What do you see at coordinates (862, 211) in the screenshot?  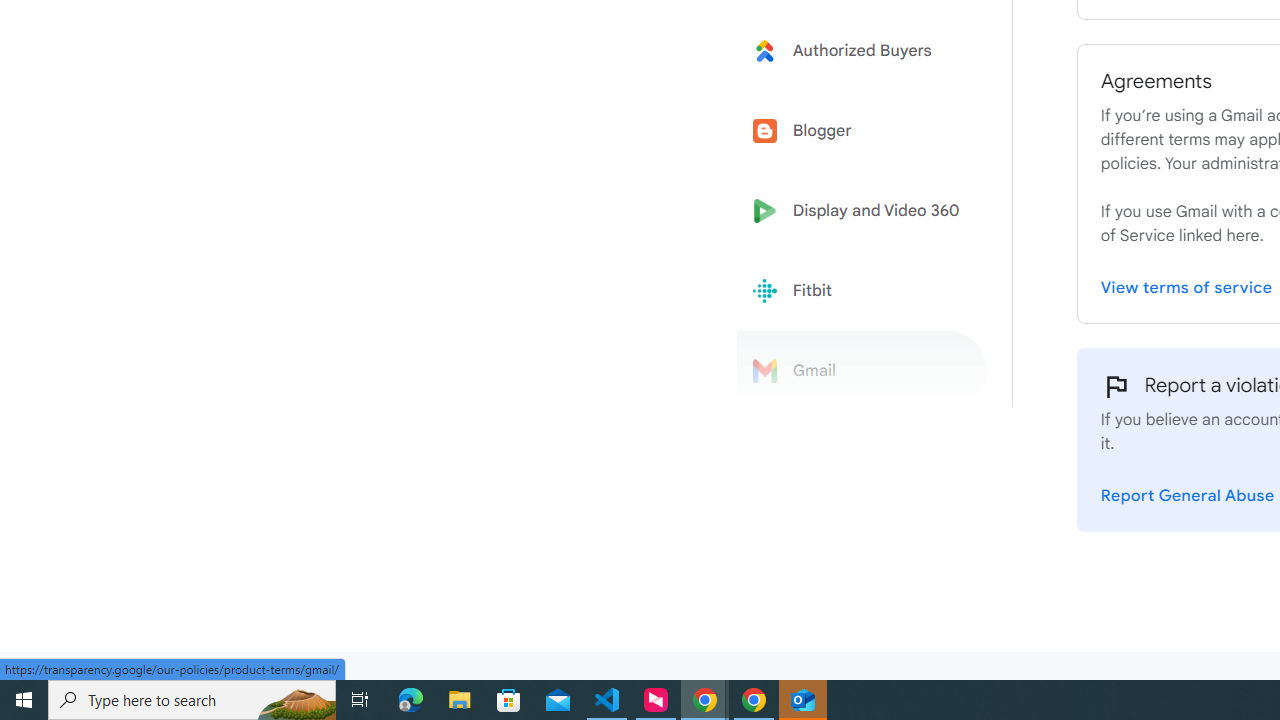 I see `'Display and Video 360'` at bounding box center [862, 211].